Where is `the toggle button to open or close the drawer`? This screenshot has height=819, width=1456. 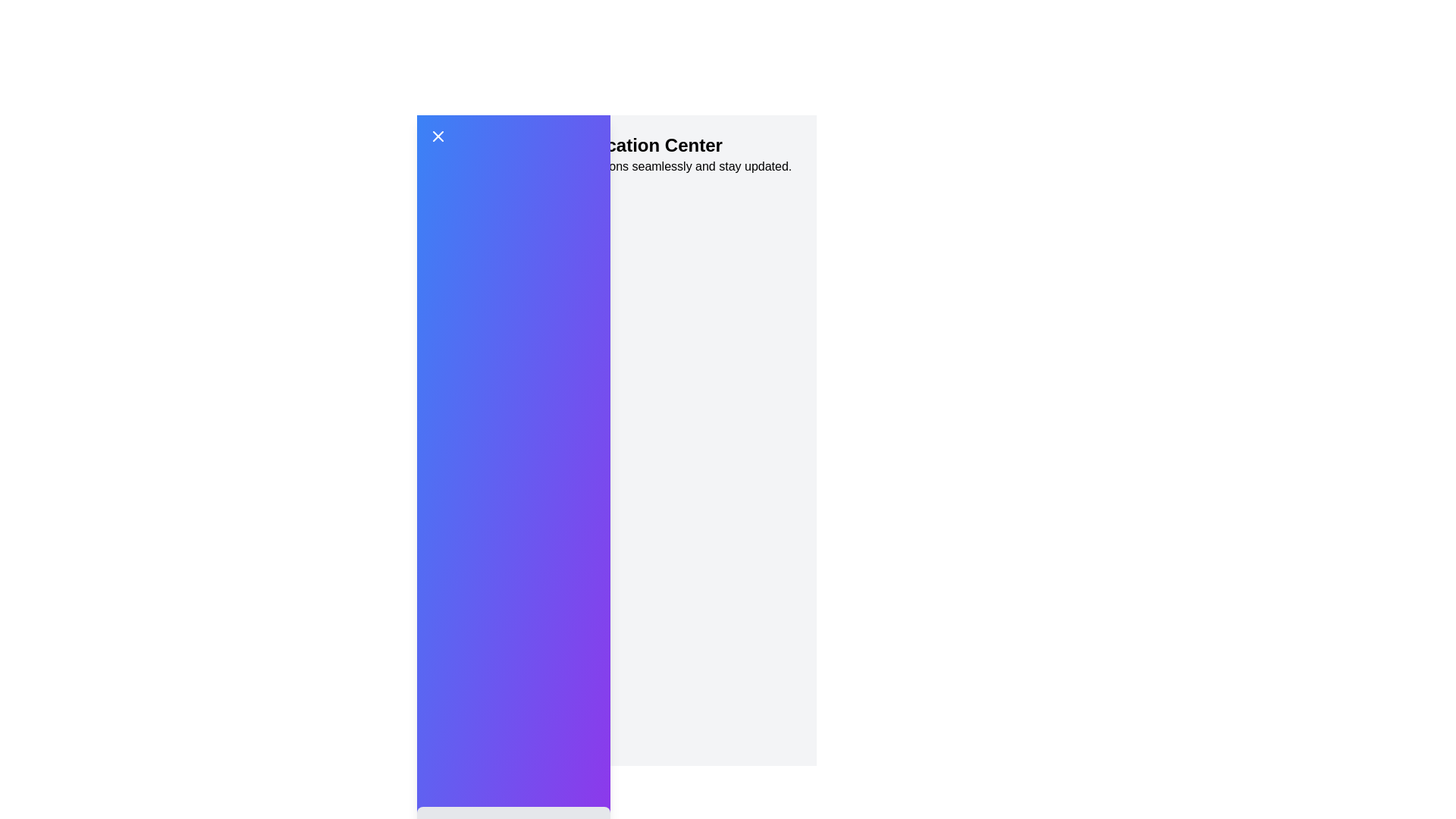
the toggle button to open or close the drawer is located at coordinates (513, 136).